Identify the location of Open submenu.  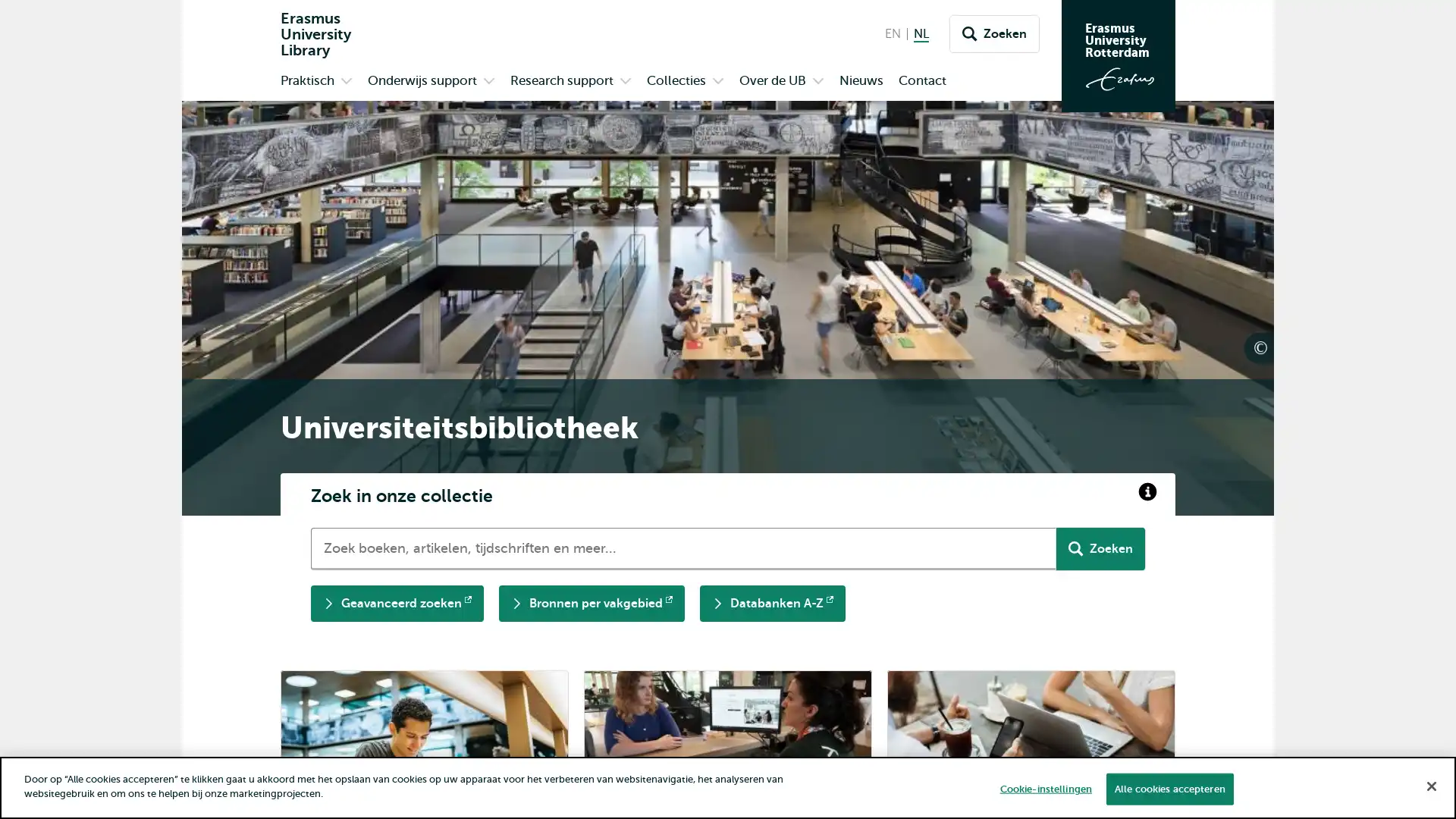
(626, 82).